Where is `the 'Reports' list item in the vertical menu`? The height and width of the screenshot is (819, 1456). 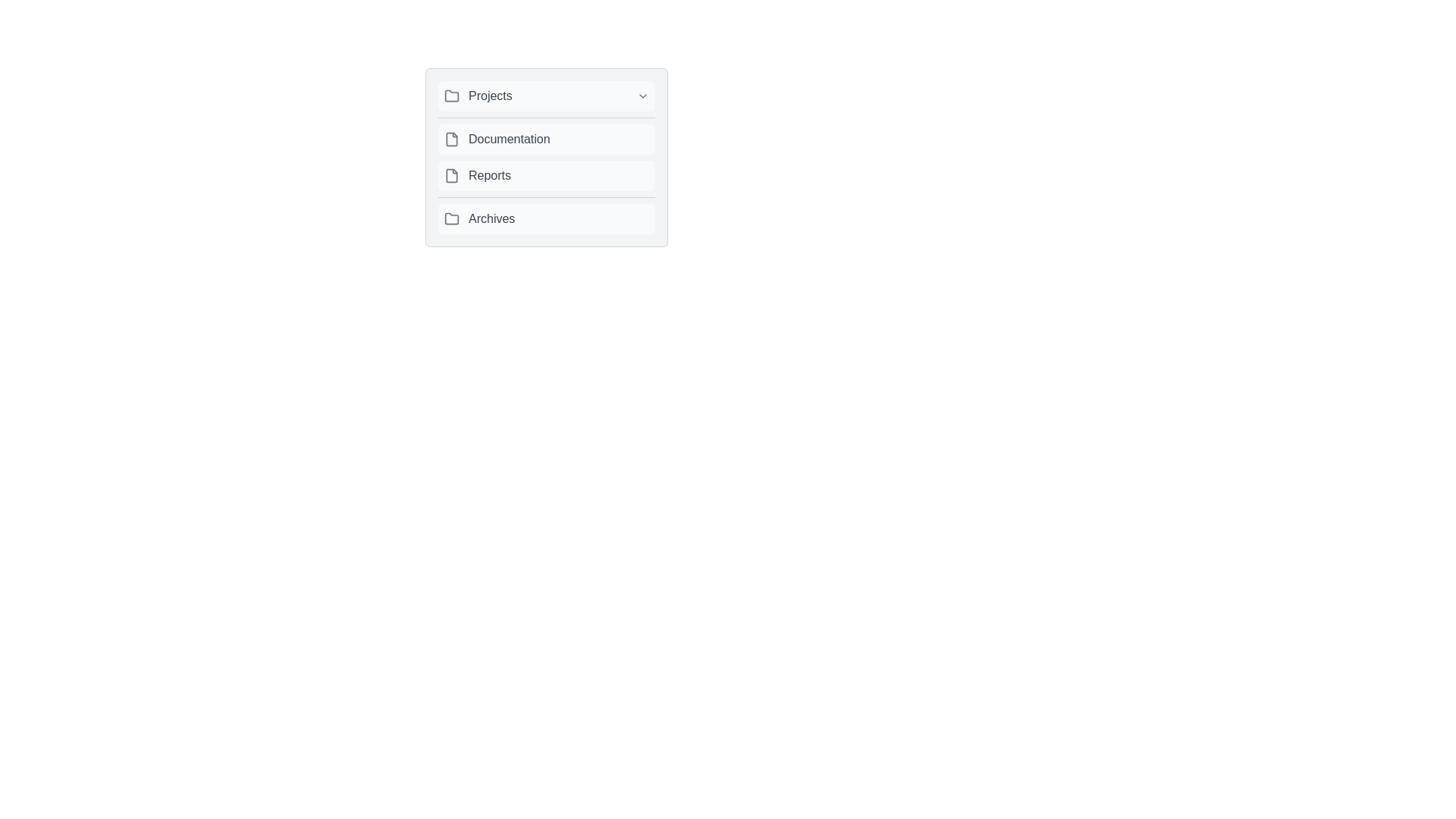 the 'Reports' list item in the vertical menu is located at coordinates (546, 174).